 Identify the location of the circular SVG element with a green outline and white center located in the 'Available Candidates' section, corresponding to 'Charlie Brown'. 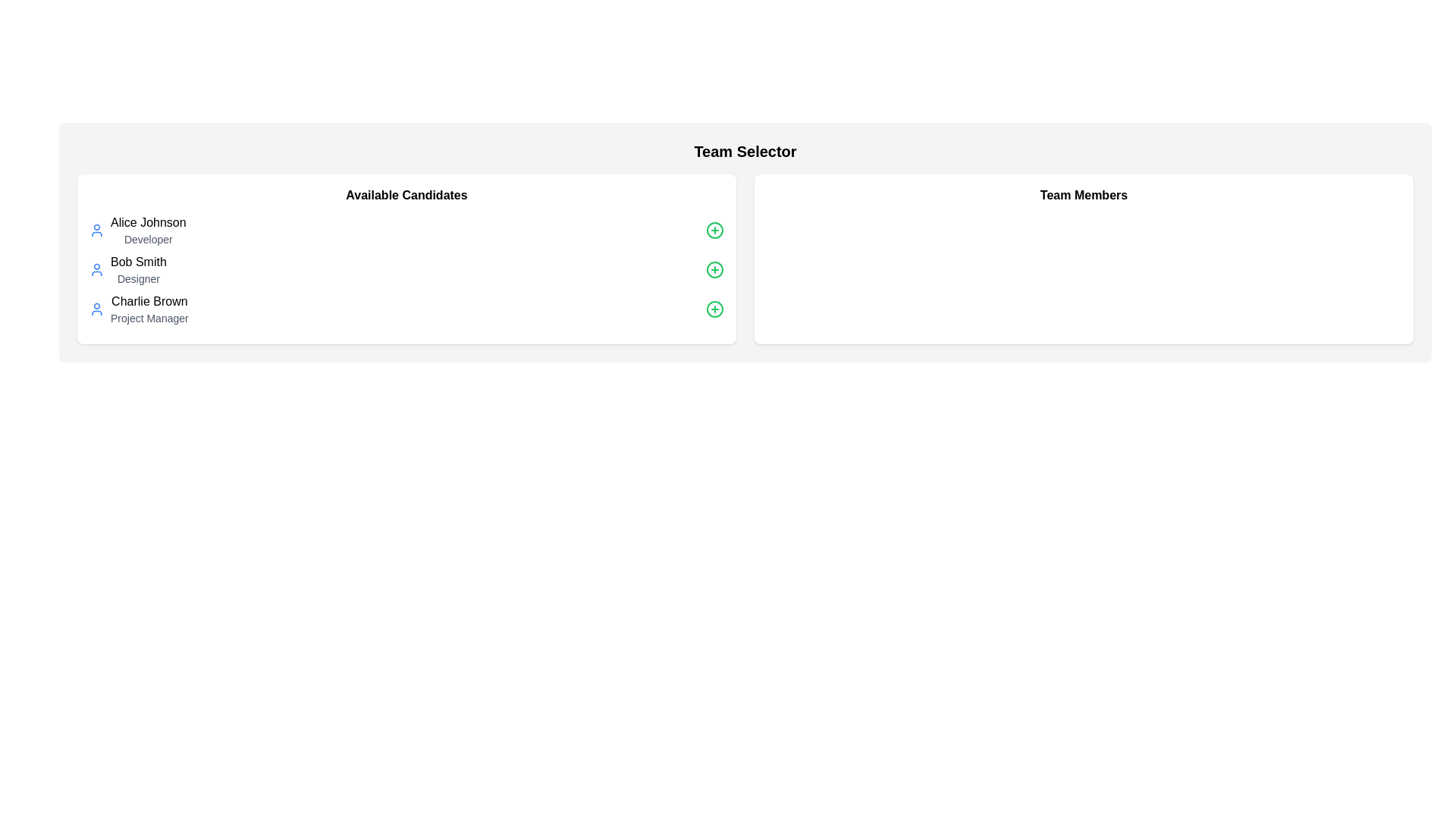
(714, 309).